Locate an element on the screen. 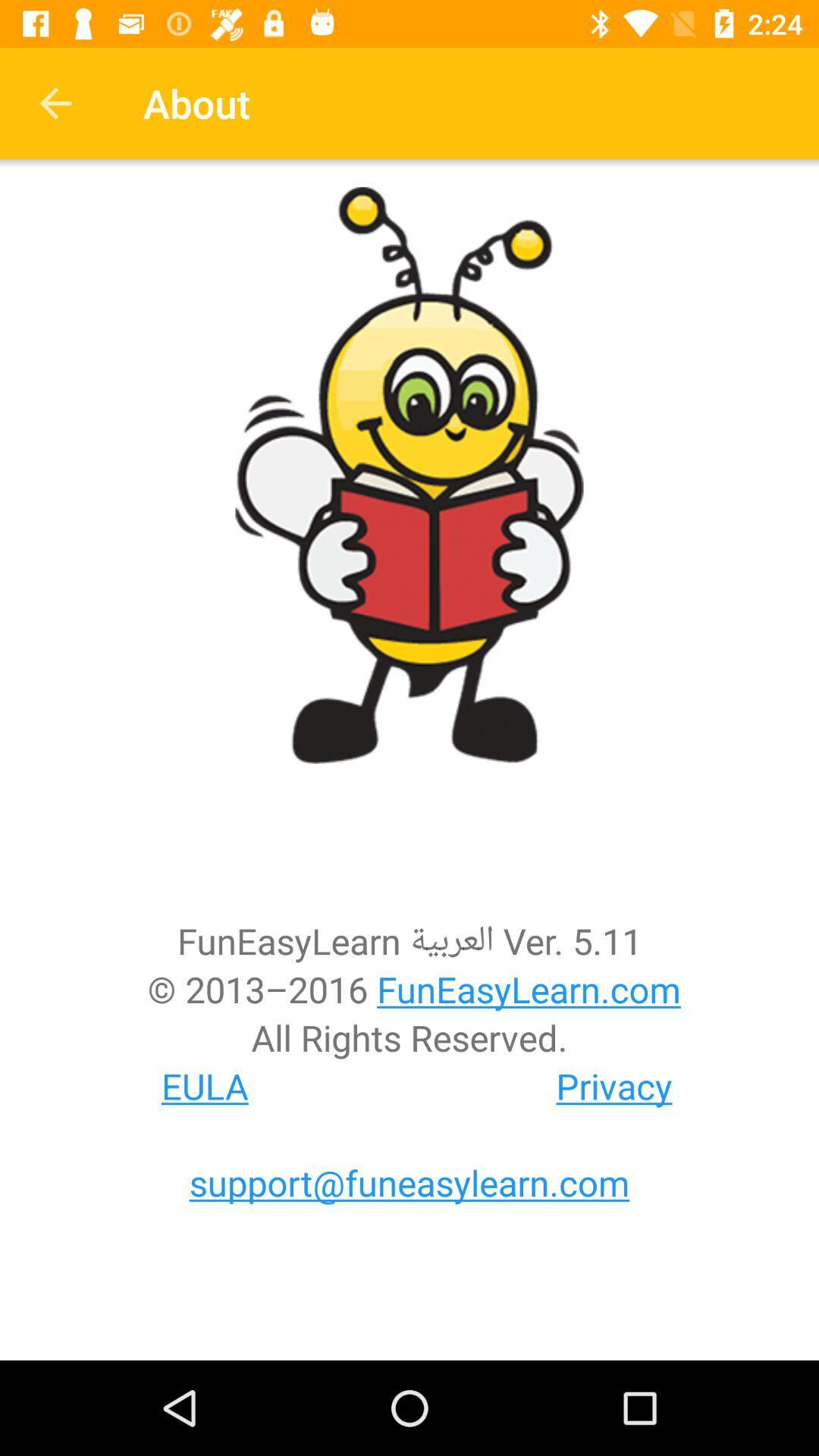 The image size is (819, 1456). eula at the bottom left corner is located at coordinates (205, 1085).